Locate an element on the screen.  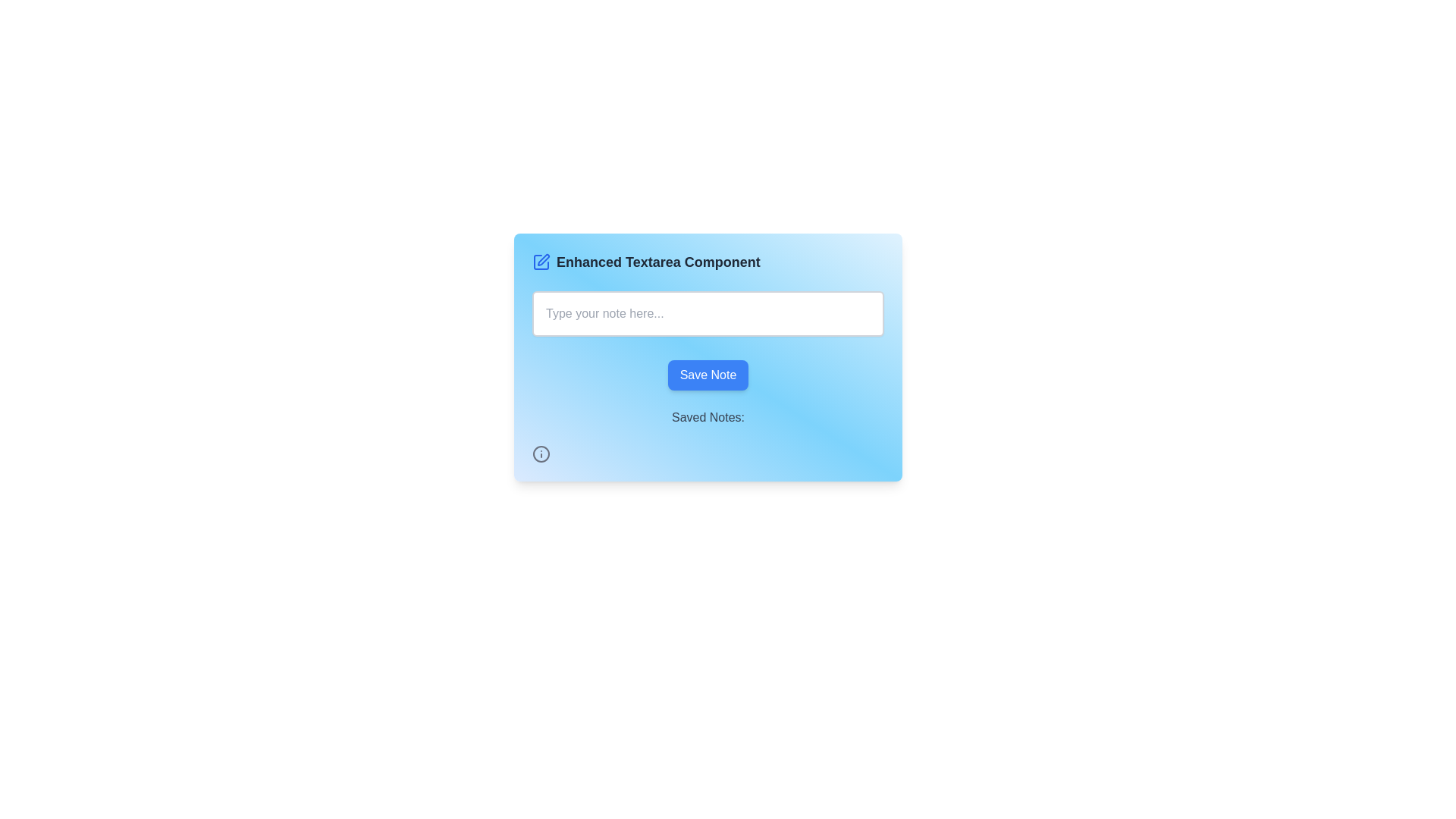
the Label with icon that reads 'Enhanced Textarea Component', which is located at the top center of the card above the textarea input box, featuring a small blue pen icon on its left is located at coordinates (708, 262).